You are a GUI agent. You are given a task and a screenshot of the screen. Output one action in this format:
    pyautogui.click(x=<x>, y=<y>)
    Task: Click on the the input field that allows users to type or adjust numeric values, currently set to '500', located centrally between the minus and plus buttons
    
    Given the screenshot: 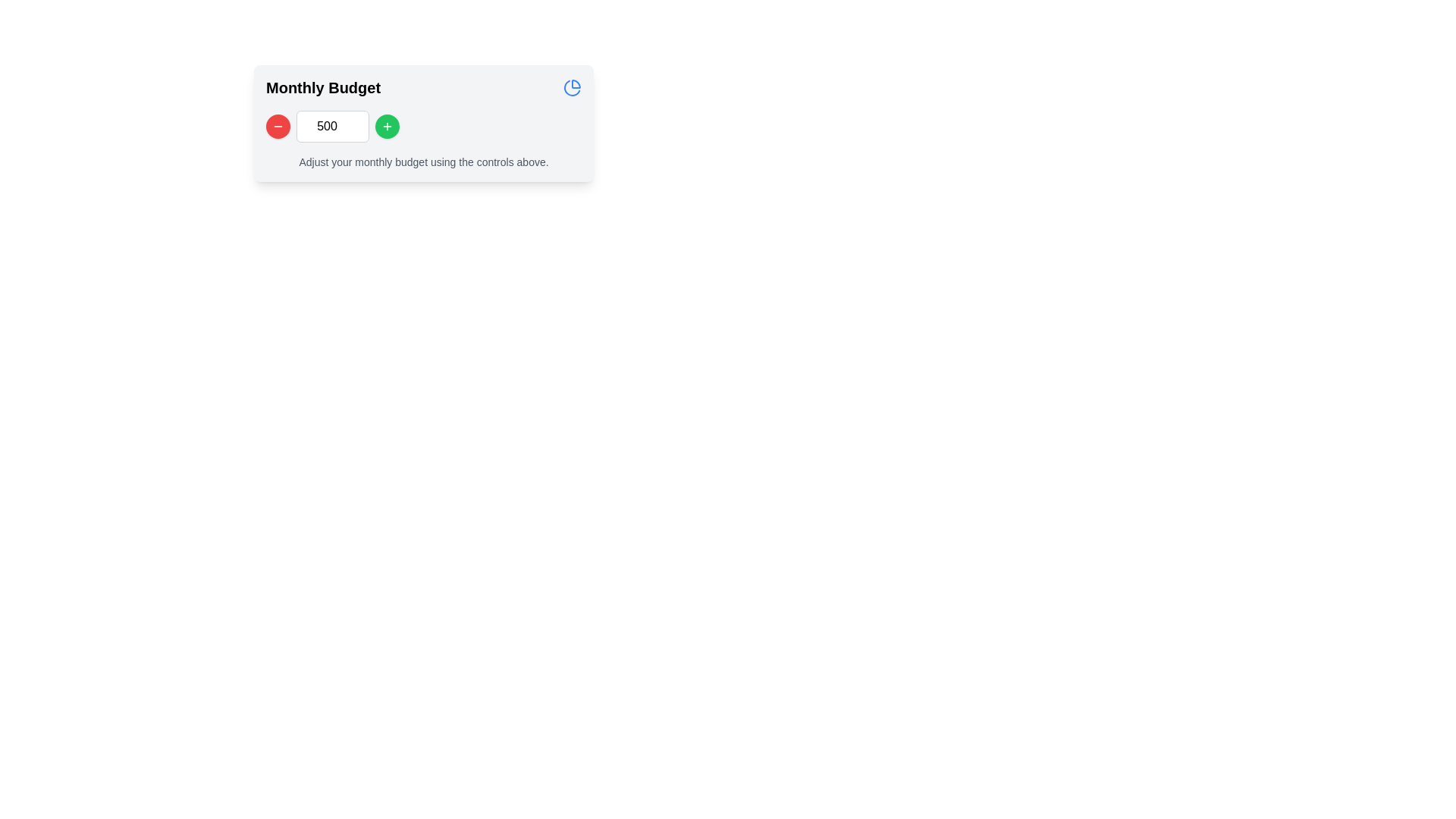 What is the action you would take?
    pyautogui.click(x=331, y=125)
    